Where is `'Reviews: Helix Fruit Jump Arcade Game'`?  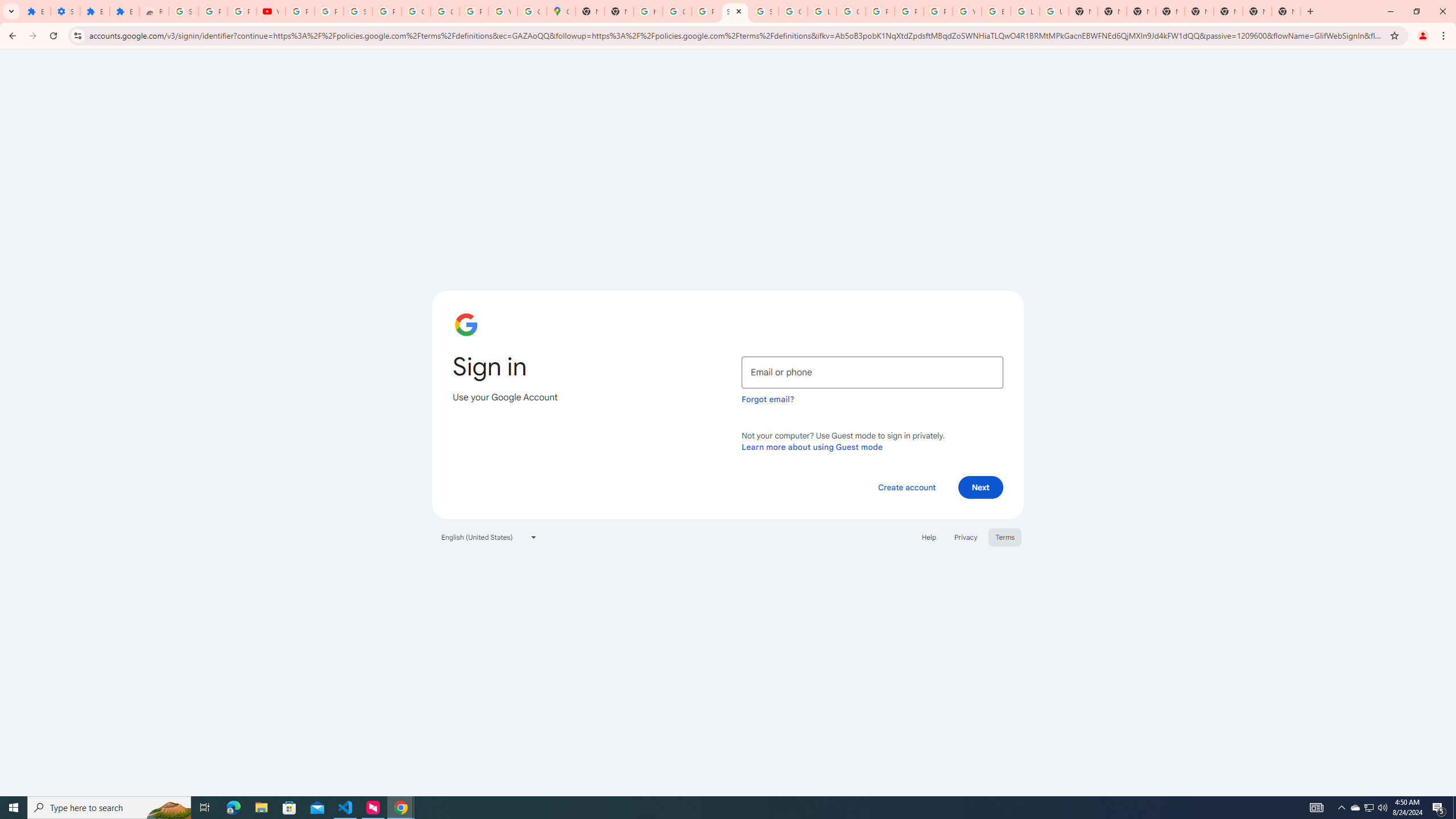 'Reviews: Helix Fruit Jump Arcade Game' is located at coordinates (154, 11).